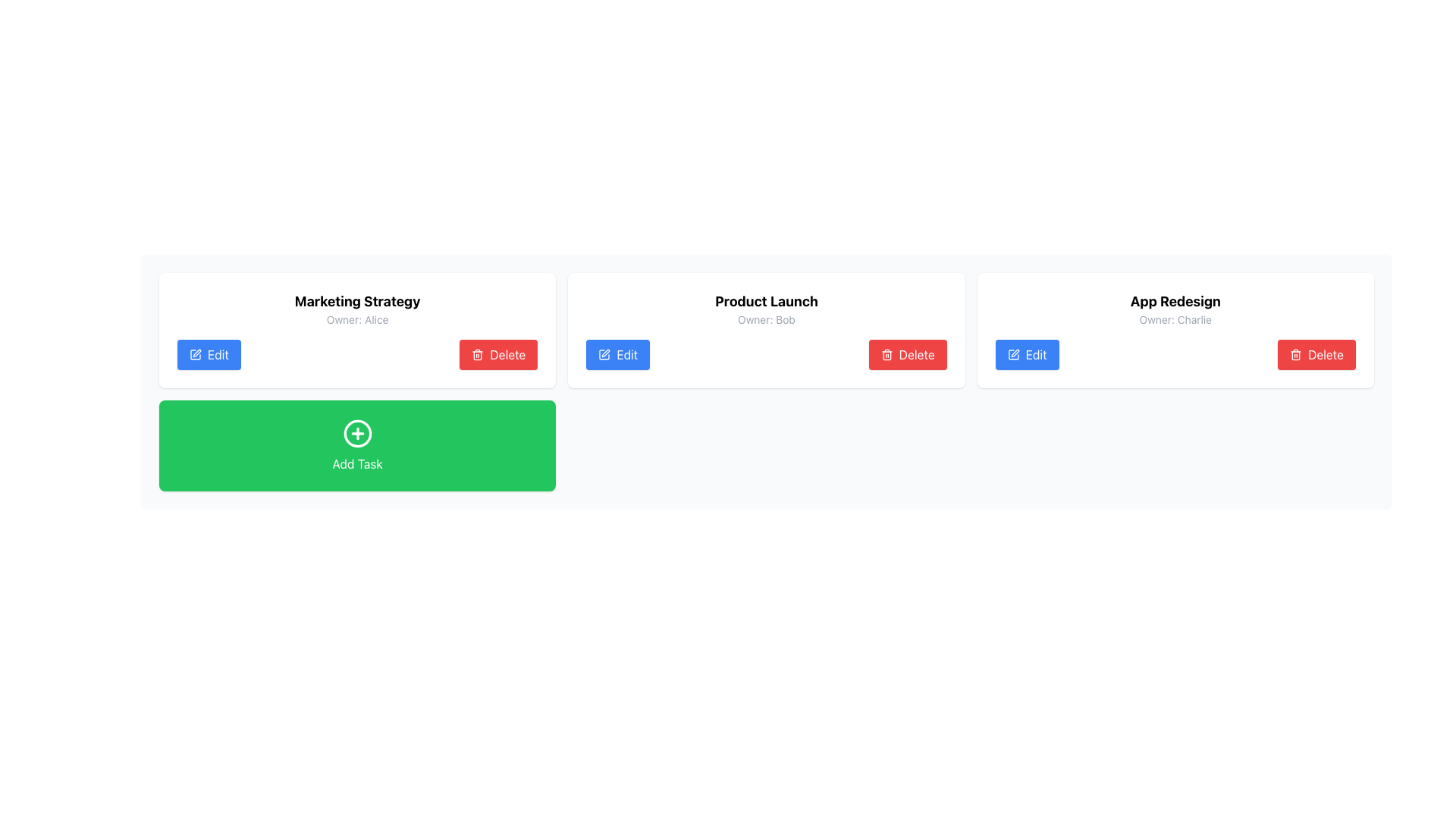  What do you see at coordinates (1015, 353) in the screenshot?
I see `the edit icon fragment within the 'Edit' button for the 'Product Launch' task, which visually represents the edit functionality` at bounding box center [1015, 353].